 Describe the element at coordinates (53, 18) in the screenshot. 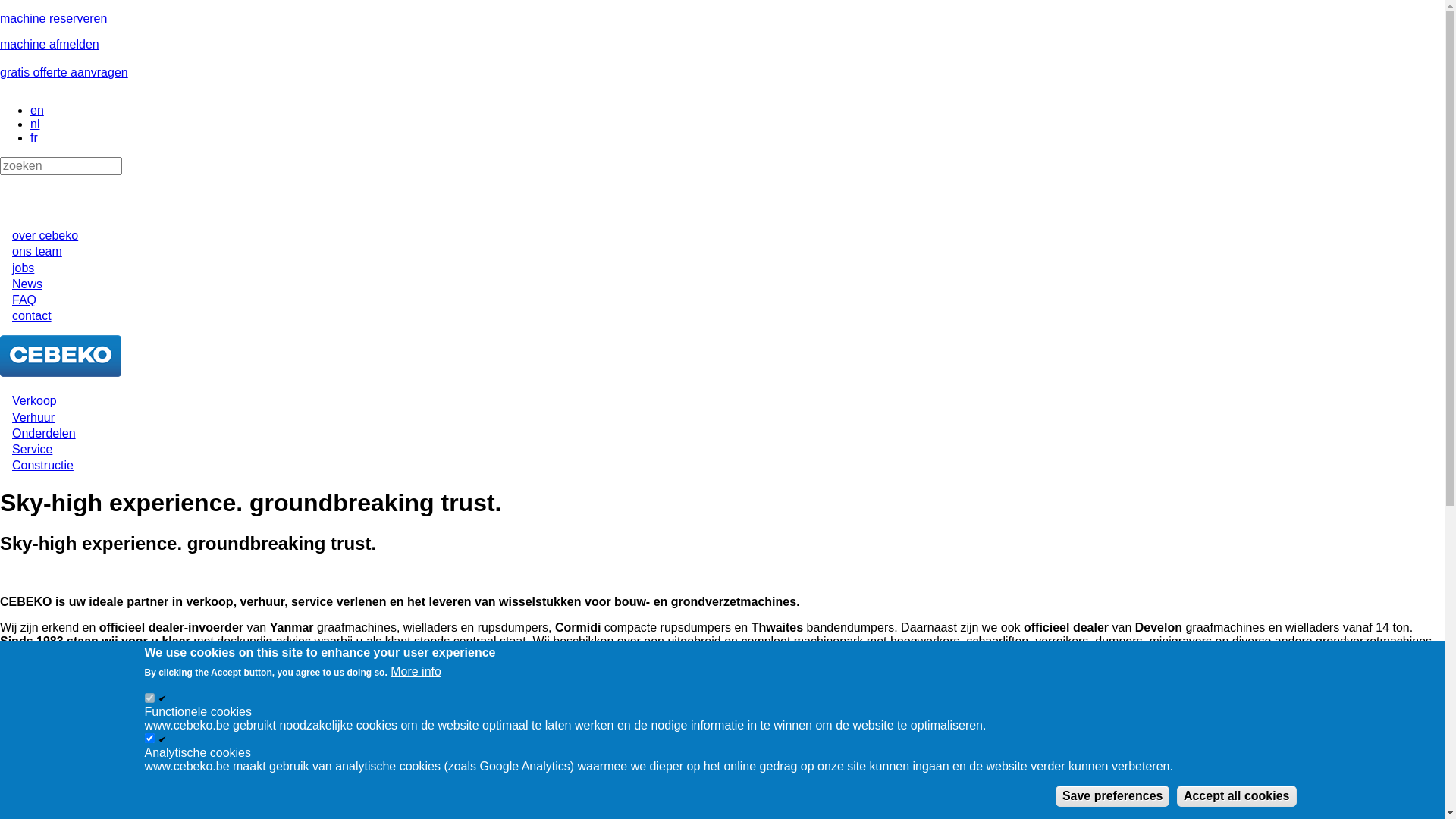

I see `'machine reserveren'` at that location.